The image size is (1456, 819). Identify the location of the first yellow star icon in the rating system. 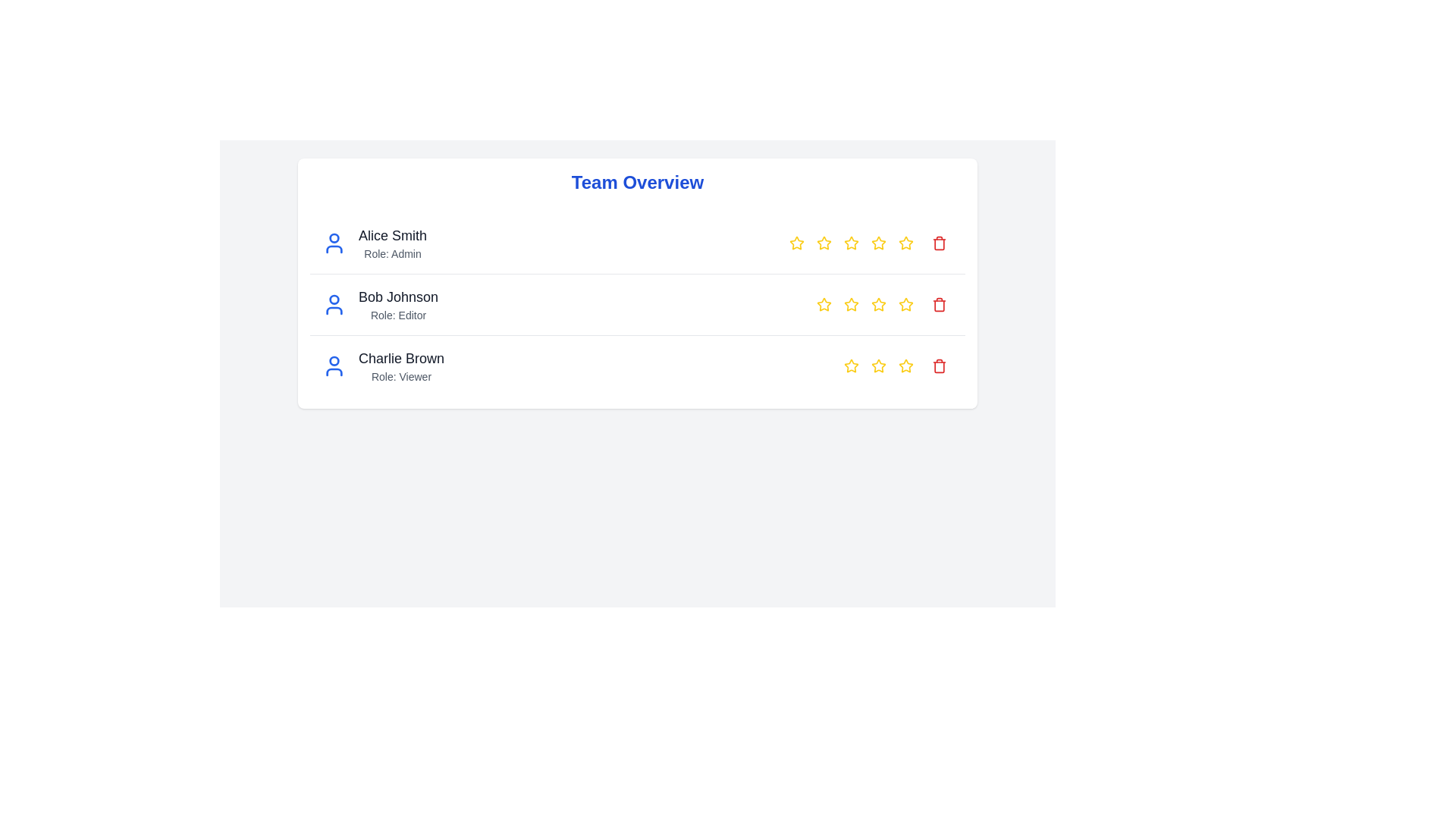
(852, 366).